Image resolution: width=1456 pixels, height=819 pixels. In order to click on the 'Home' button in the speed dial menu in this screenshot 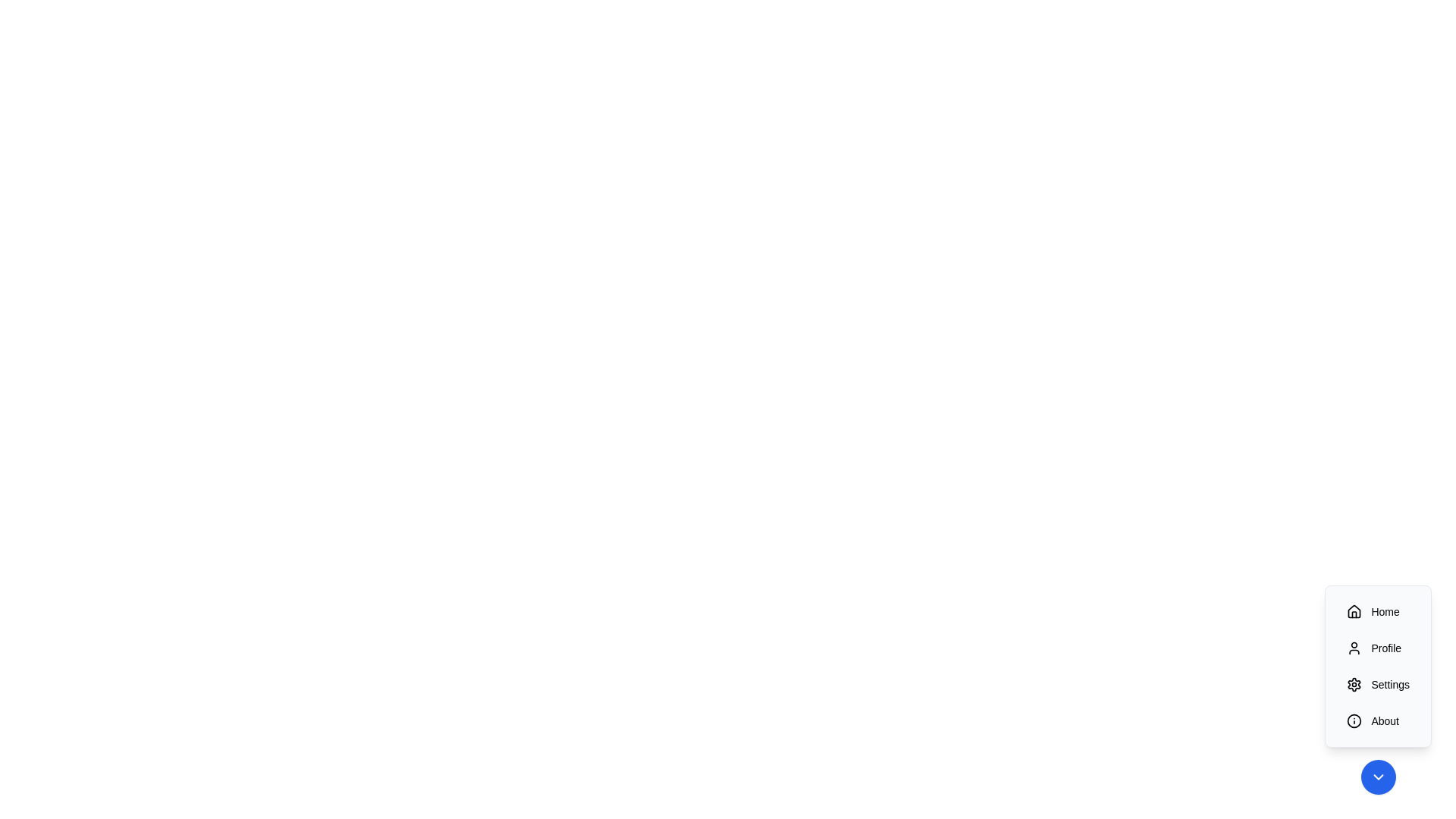, I will do `click(1378, 610)`.